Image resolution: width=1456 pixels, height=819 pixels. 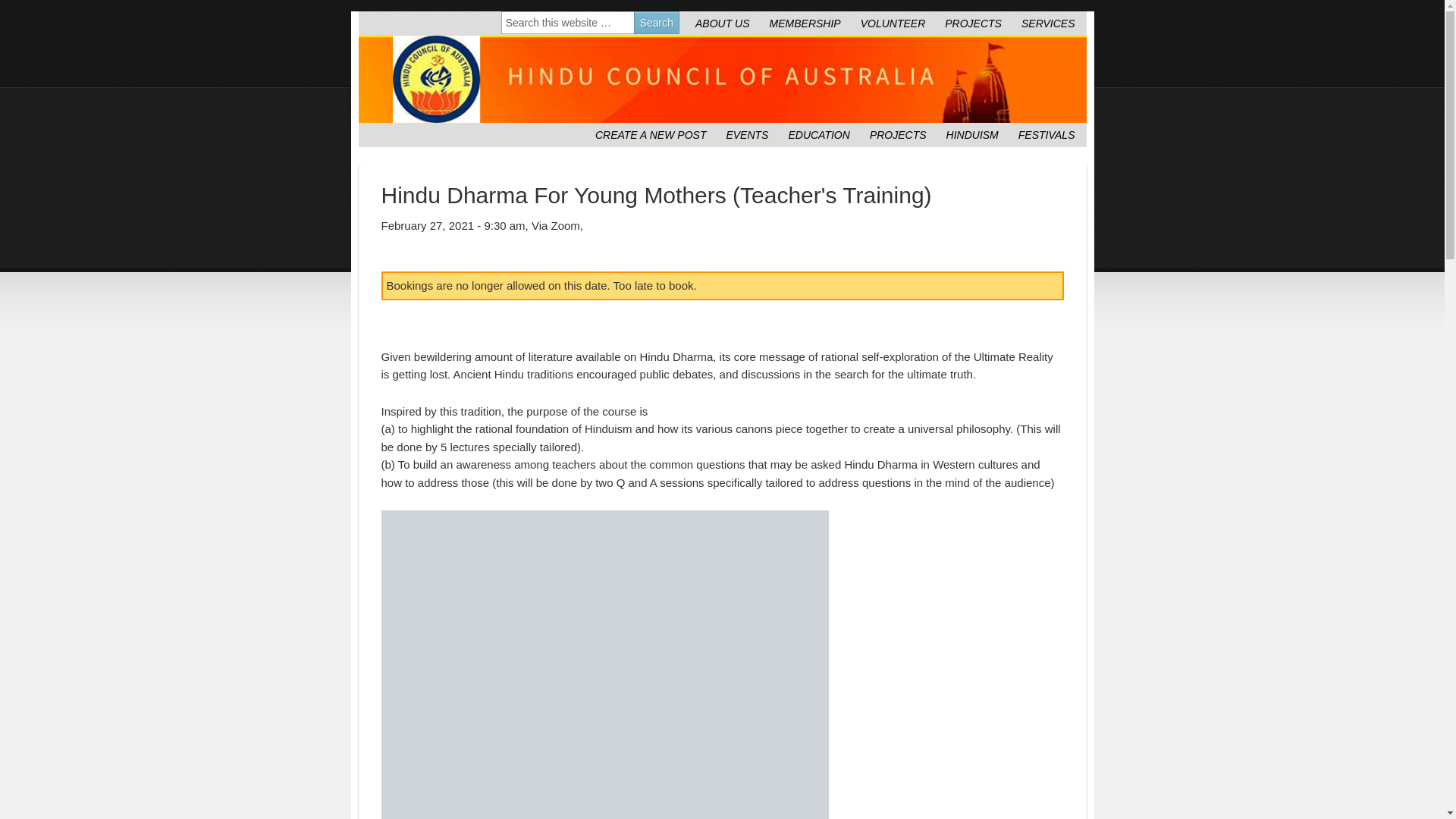 What do you see at coordinates (651, 133) in the screenshot?
I see `'CREATE A NEW POST'` at bounding box center [651, 133].